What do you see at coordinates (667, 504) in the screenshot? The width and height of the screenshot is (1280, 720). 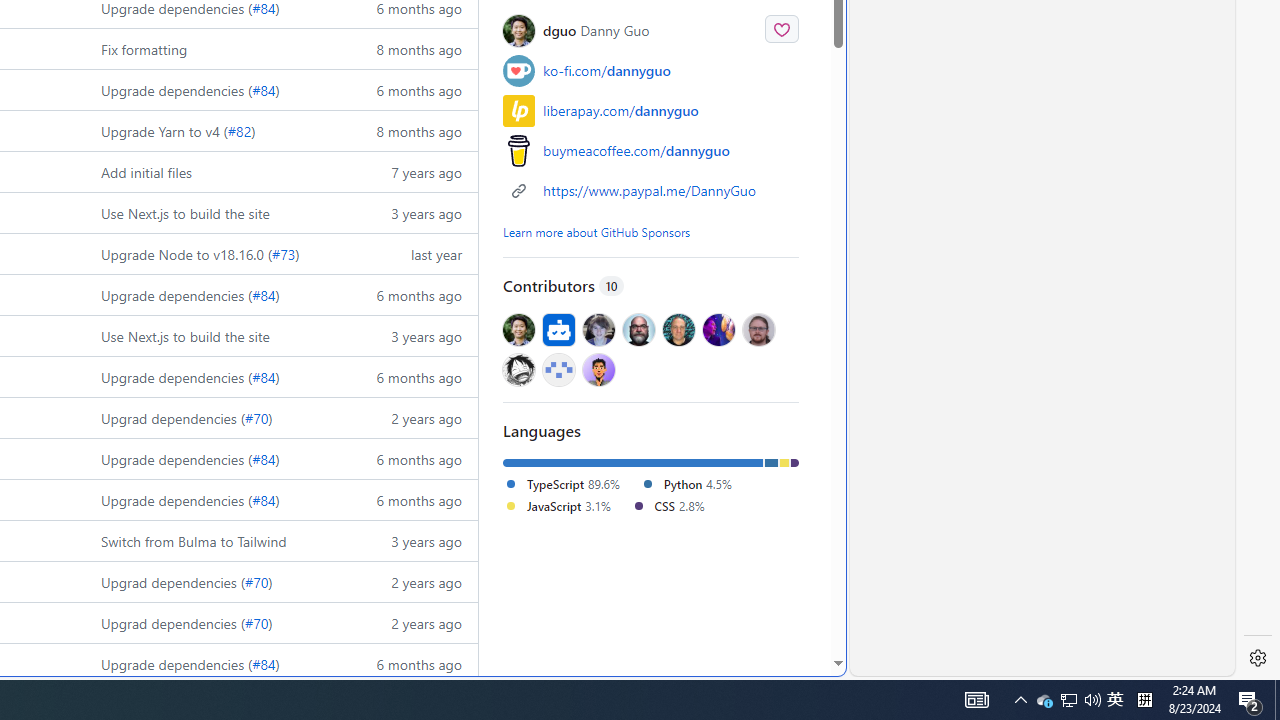 I see `'CSS 2.8%'` at bounding box center [667, 504].